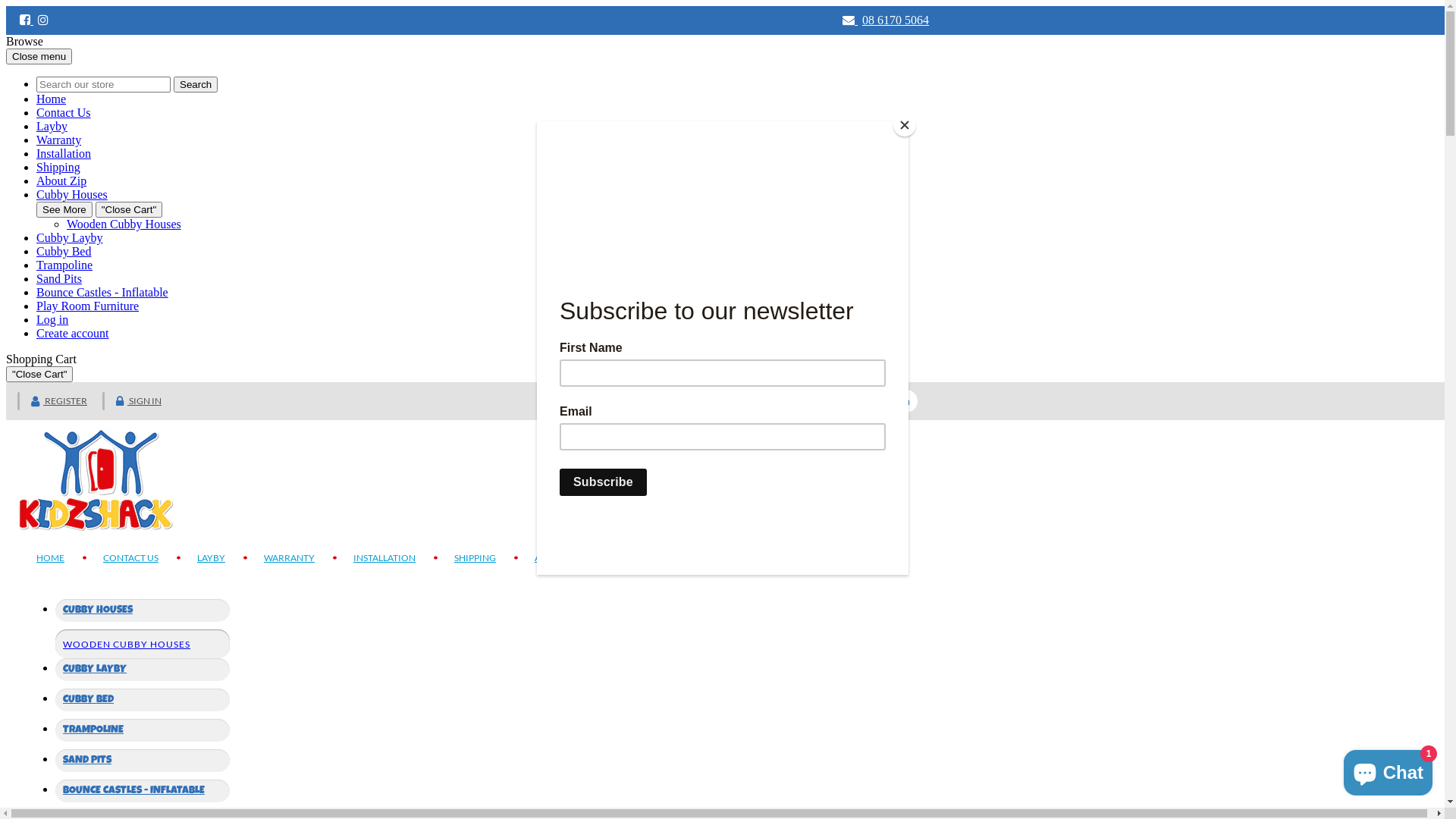 This screenshot has height=819, width=1456. Describe the element at coordinates (142, 789) in the screenshot. I see `'BOUNCE CASTLES - INFLATABLE'` at that location.